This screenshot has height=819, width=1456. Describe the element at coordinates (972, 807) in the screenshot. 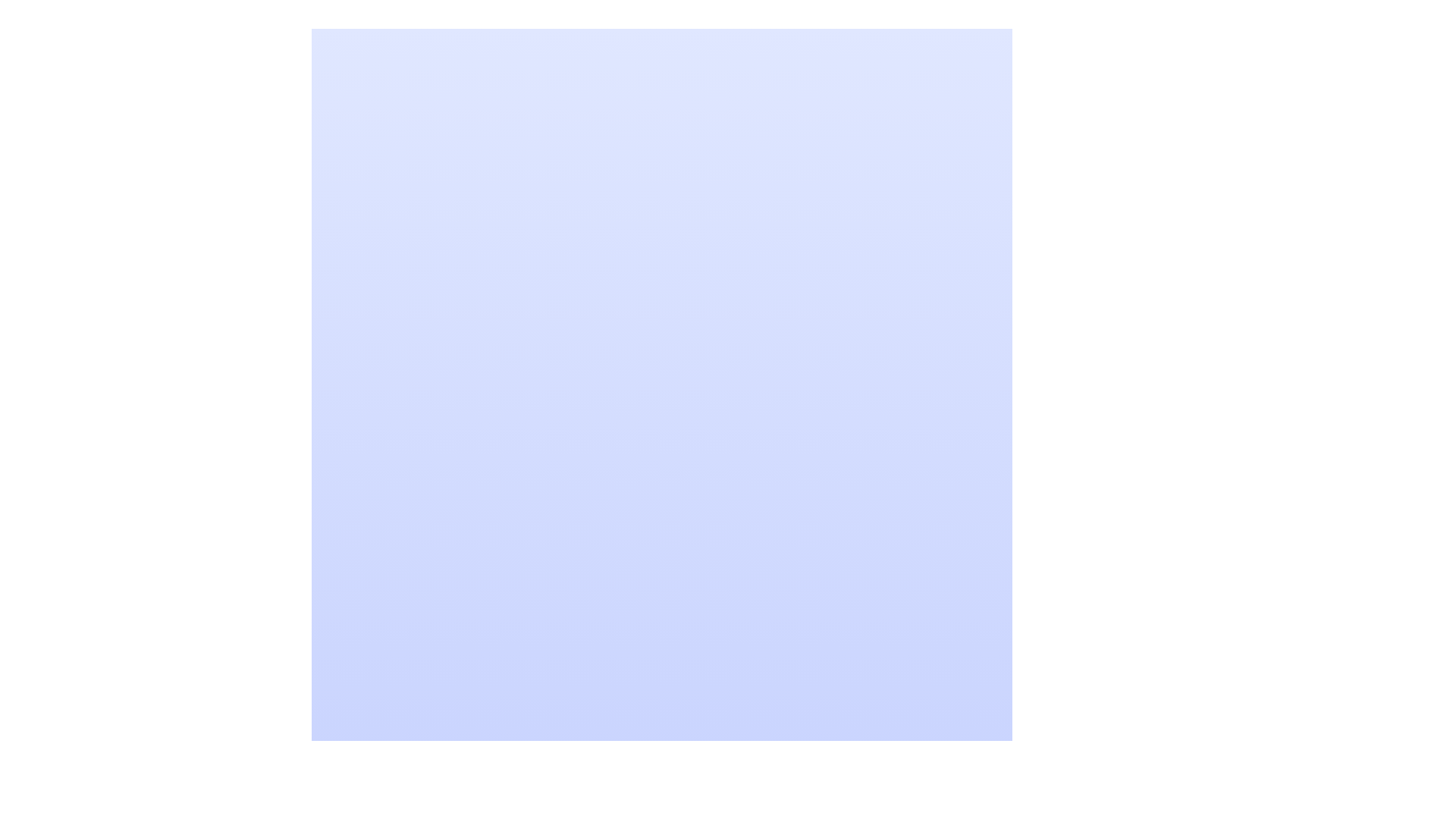

I see `the circular vector graphic element located near the bottom-right of the context image` at that location.